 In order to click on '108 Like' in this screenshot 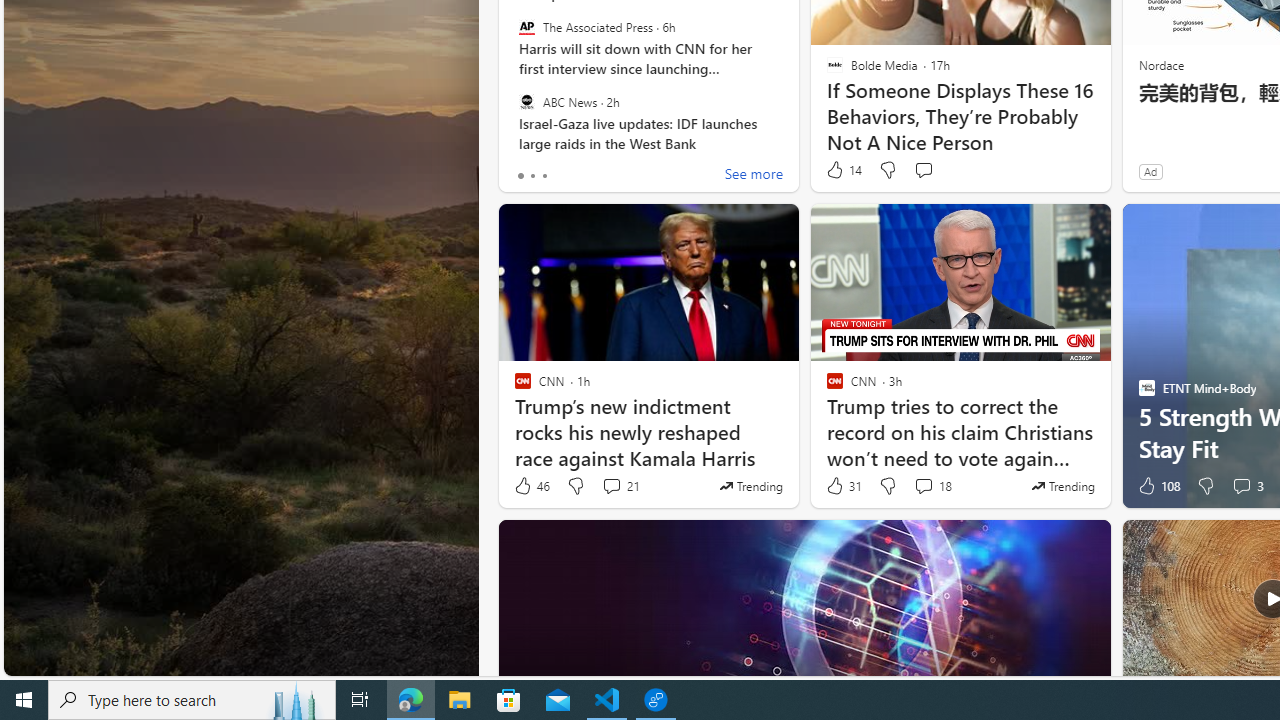, I will do `click(1157, 486)`.